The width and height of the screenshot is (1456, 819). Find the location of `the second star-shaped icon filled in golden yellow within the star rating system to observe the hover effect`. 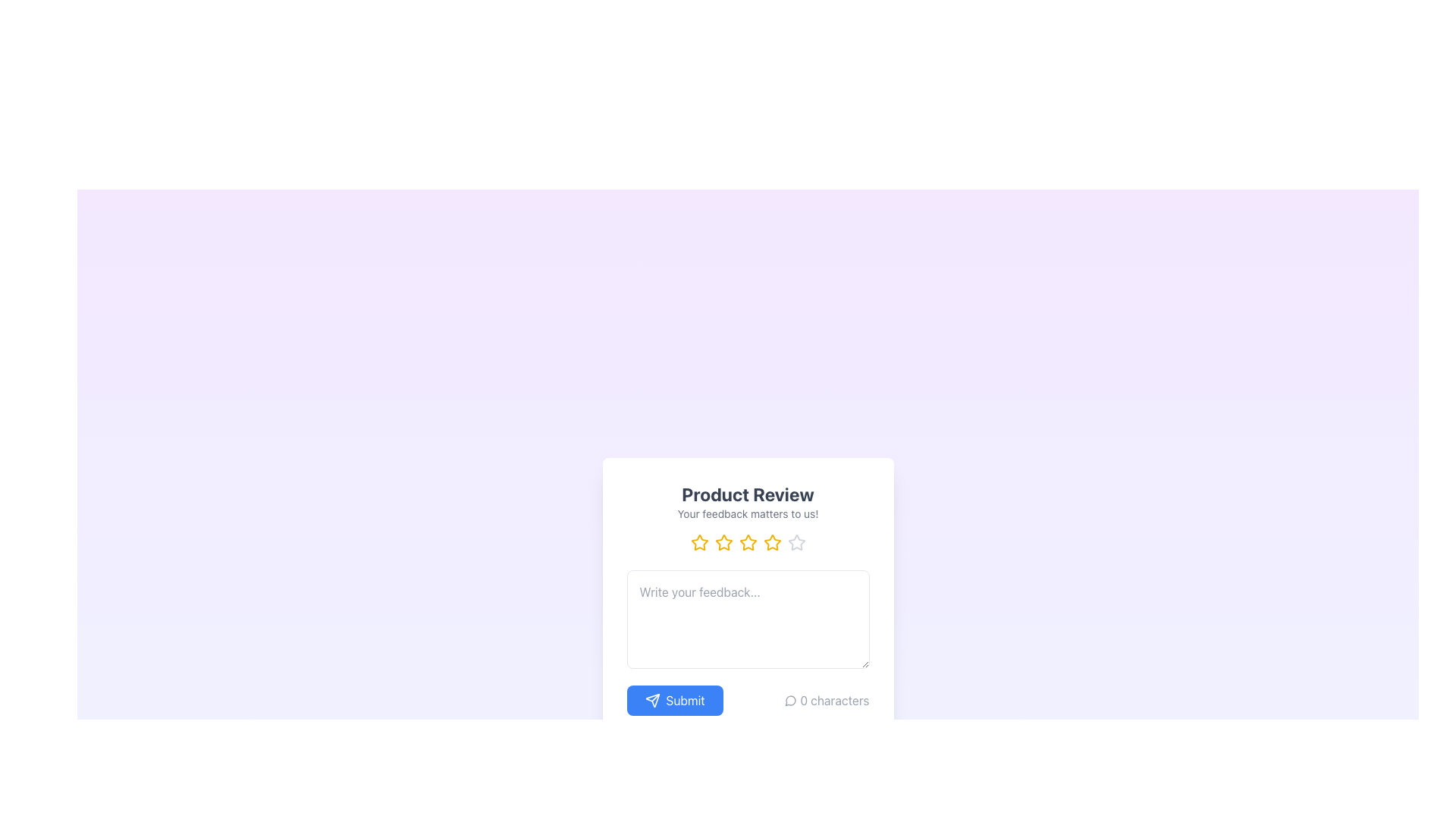

the second star-shaped icon filled in golden yellow within the star rating system to observe the hover effect is located at coordinates (698, 541).